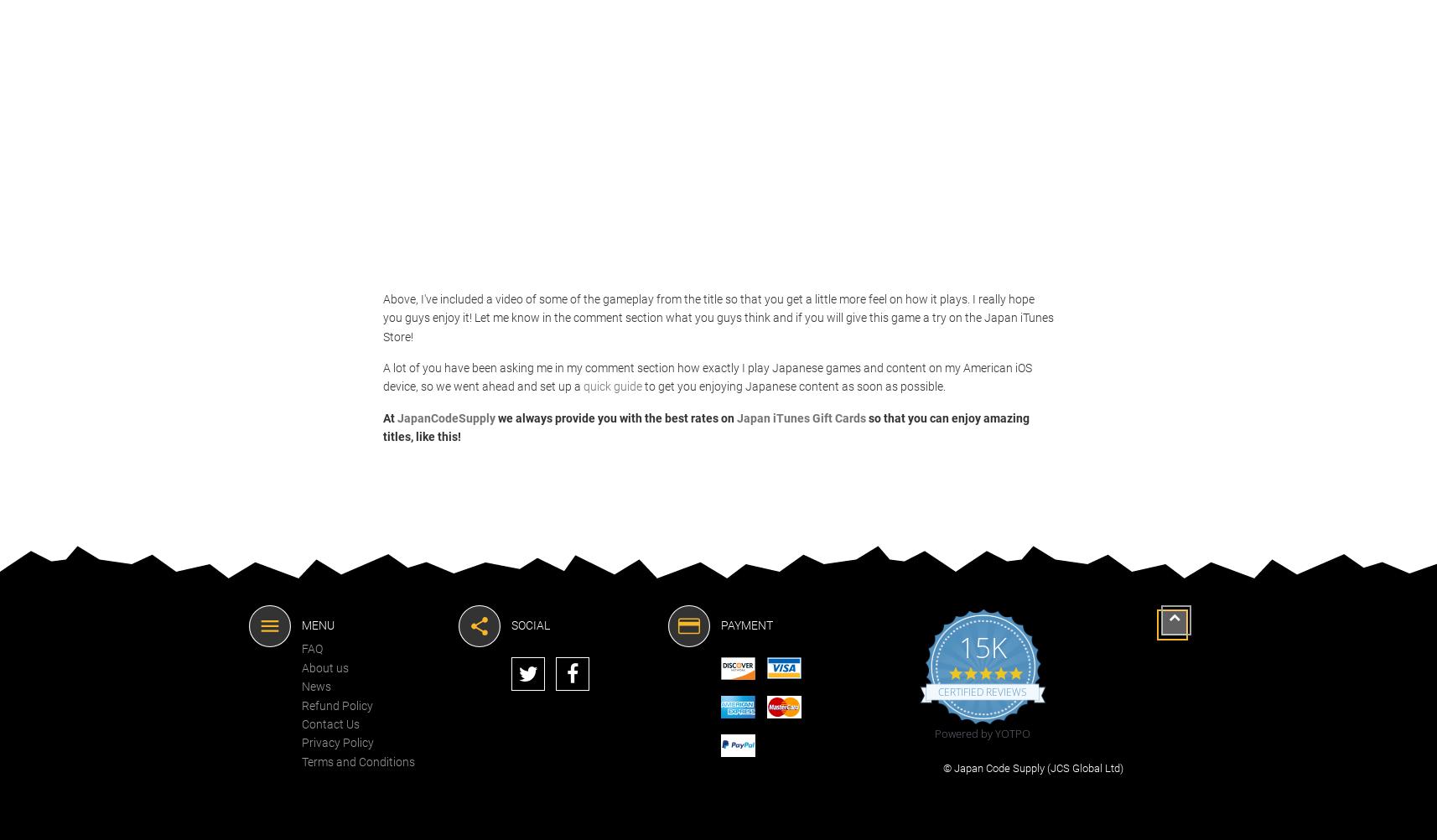  What do you see at coordinates (718, 317) in the screenshot?
I see `'Above, I've included a video of some of the gameplay from the title so that you get a little more feel on how it plays. I really hope you guys enjoy it! Let me know in the comment section what you guys think and if you will give this game a try on the Japan iTunes Store!'` at bounding box center [718, 317].